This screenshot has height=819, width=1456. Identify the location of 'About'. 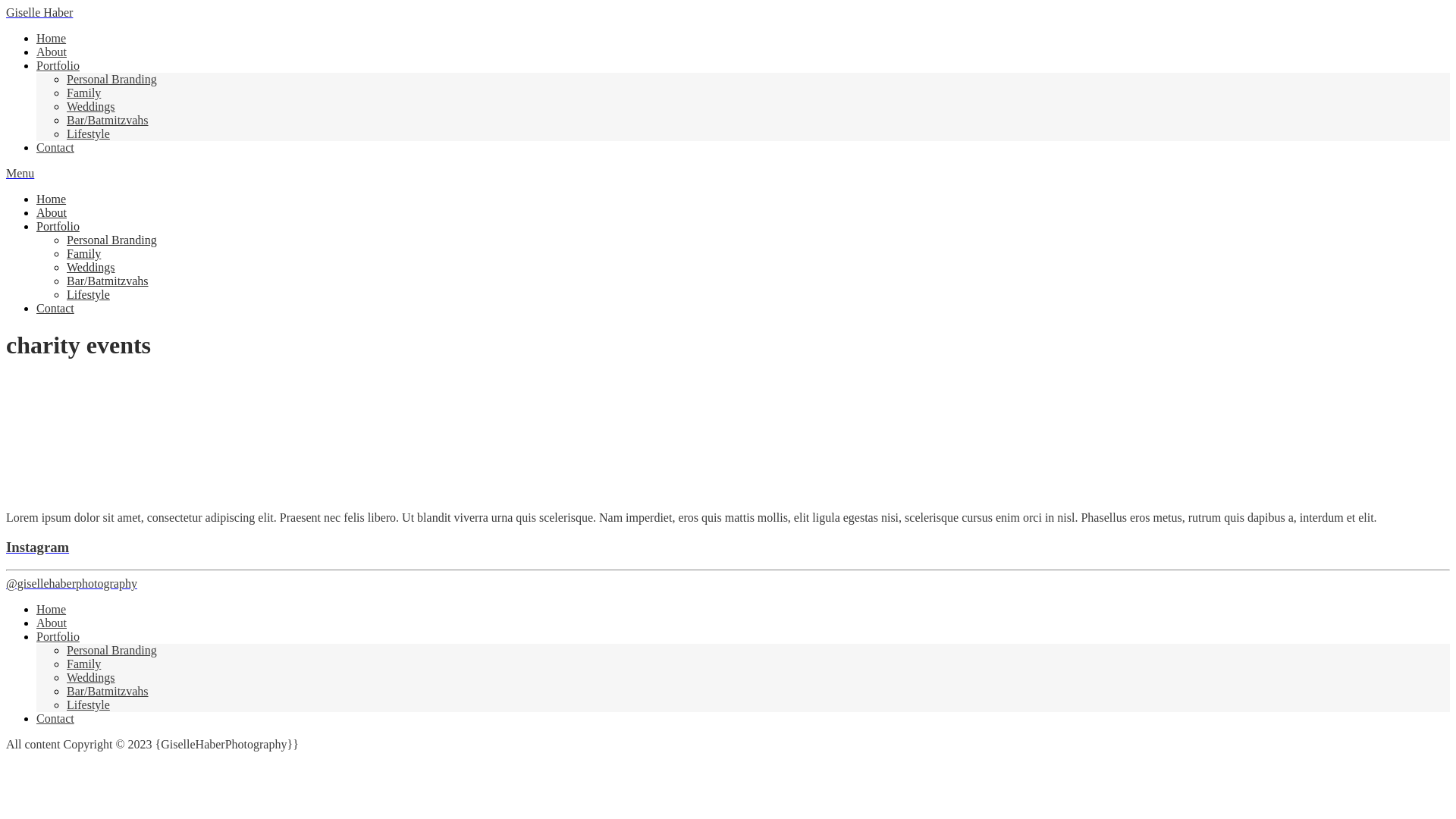
(51, 51).